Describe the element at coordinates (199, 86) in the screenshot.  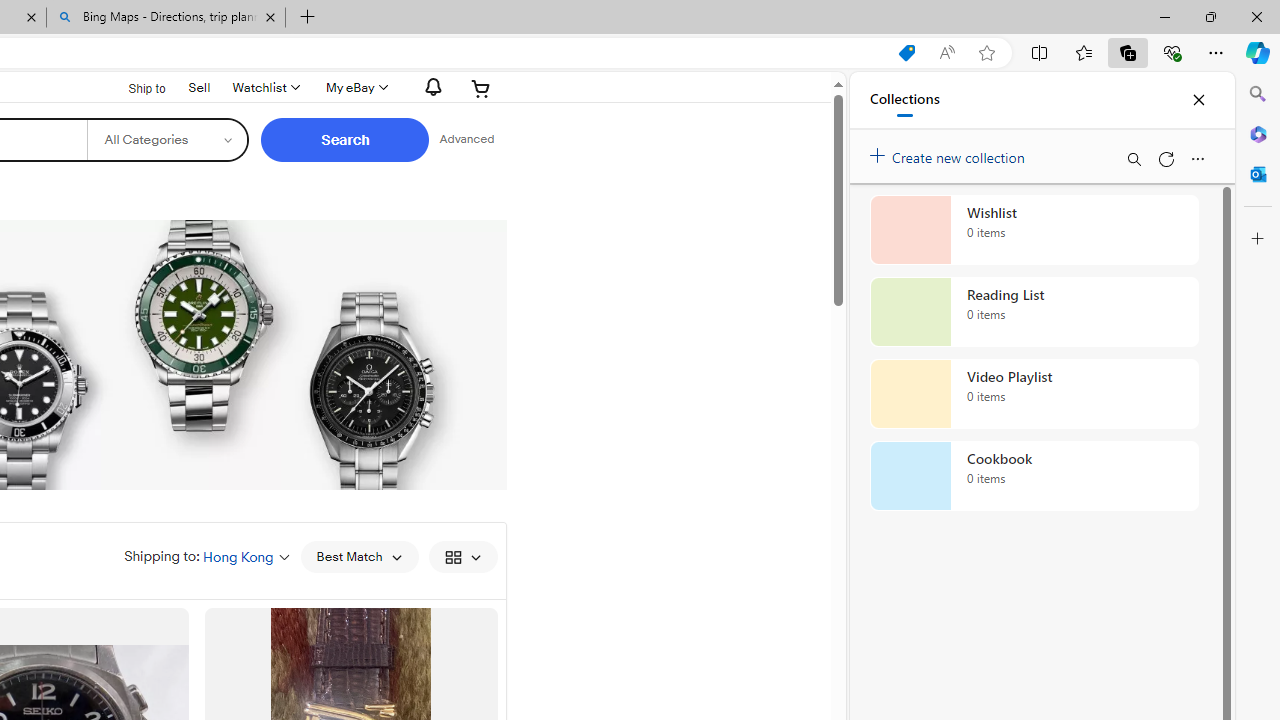
I see `'Sell'` at that location.